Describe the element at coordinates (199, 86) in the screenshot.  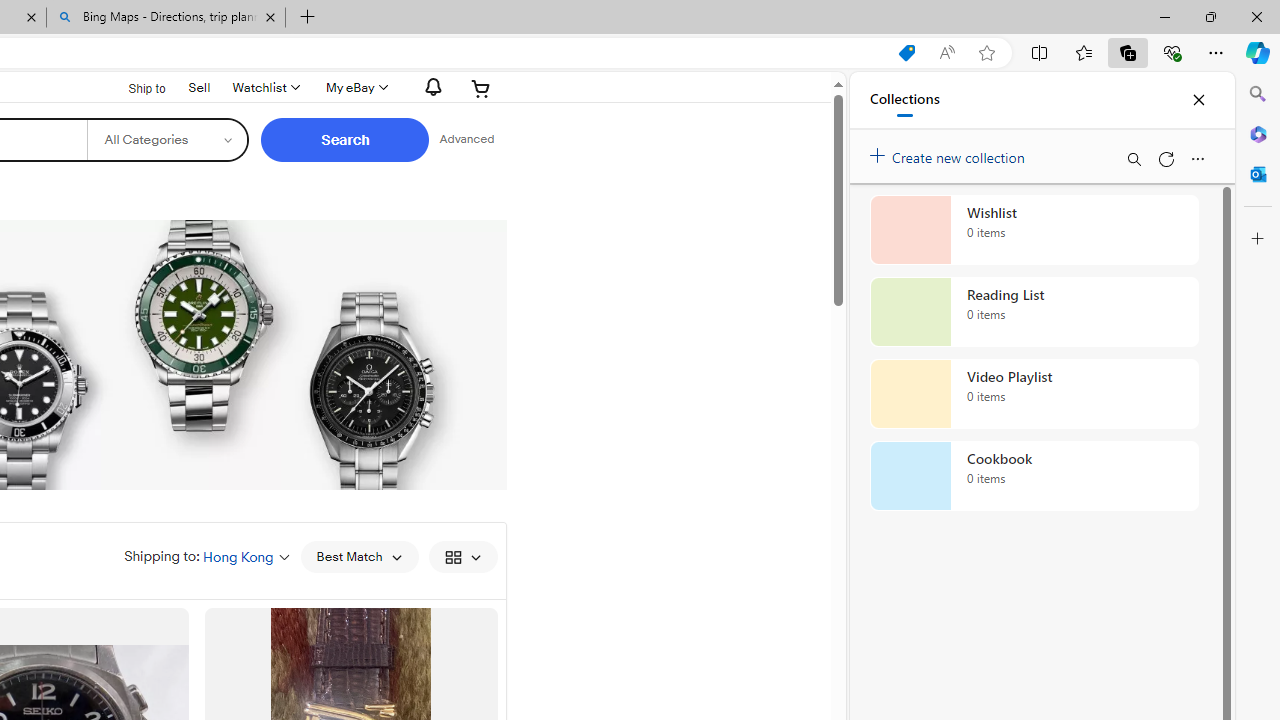
I see `'Sell'` at that location.